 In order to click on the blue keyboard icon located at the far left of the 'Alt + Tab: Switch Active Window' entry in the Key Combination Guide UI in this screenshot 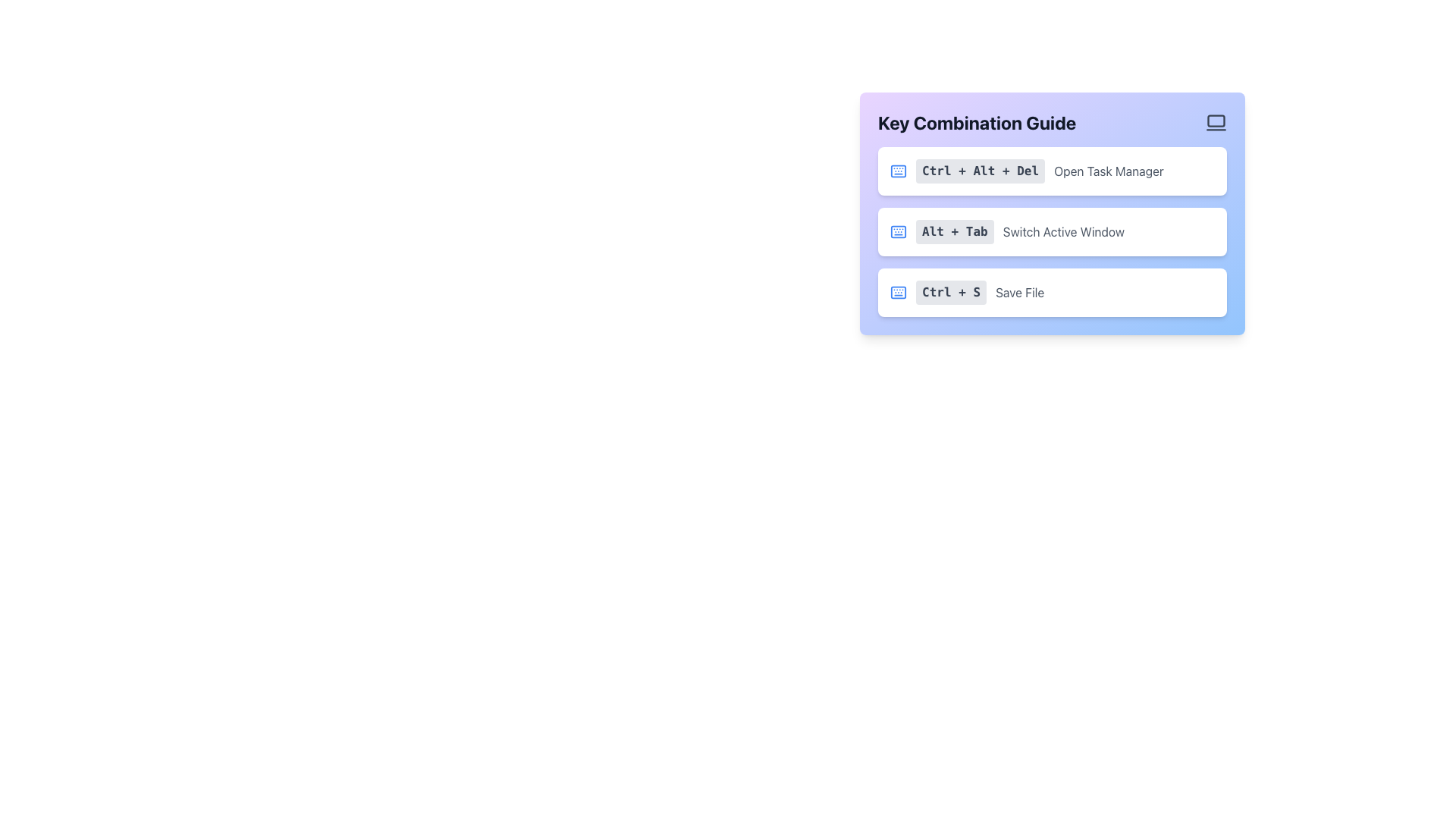, I will do `click(899, 231)`.